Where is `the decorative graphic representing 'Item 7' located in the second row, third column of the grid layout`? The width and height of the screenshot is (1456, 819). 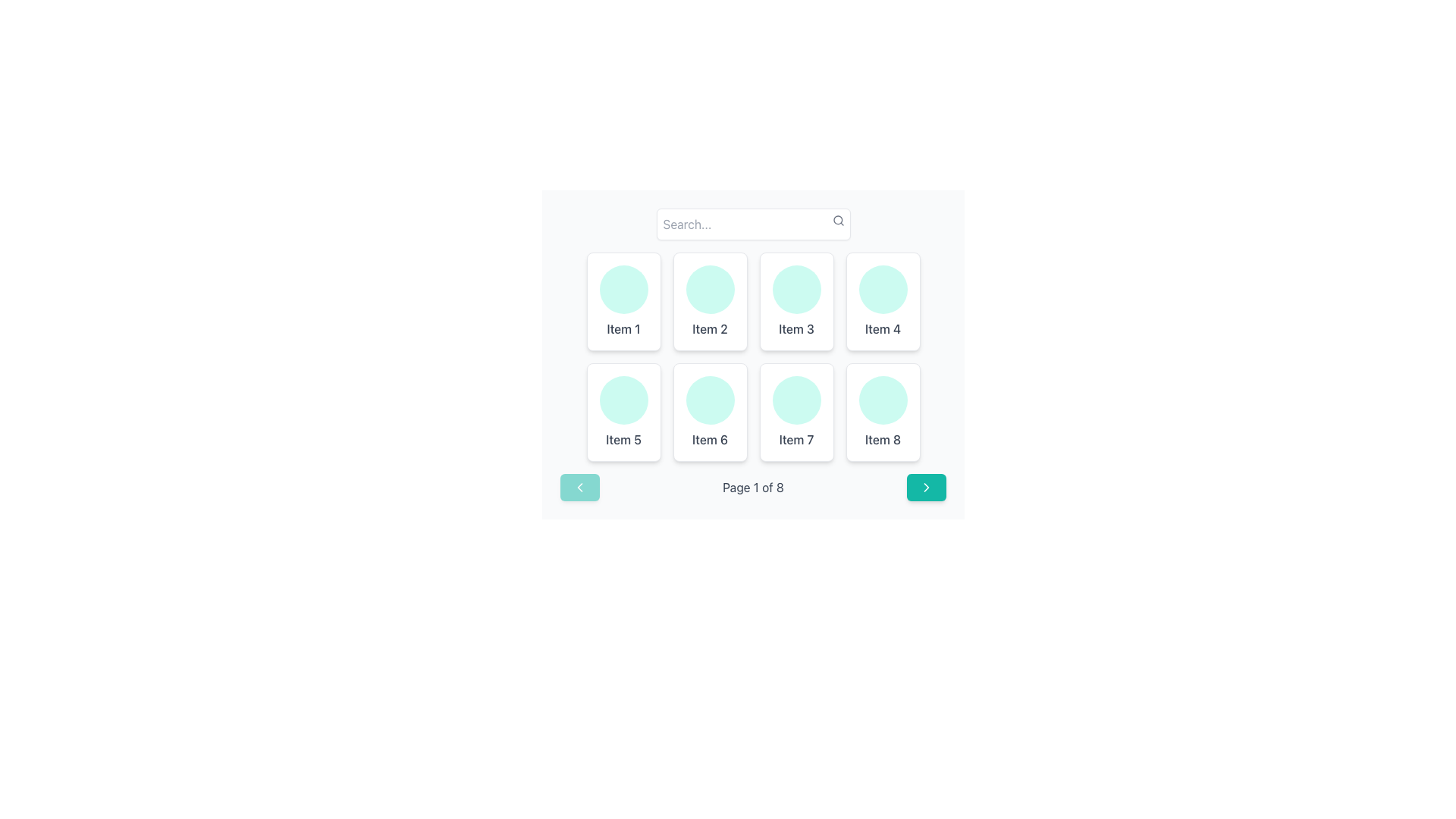 the decorative graphic representing 'Item 7' located in the second row, third column of the grid layout is located at coordinates (795, 400).